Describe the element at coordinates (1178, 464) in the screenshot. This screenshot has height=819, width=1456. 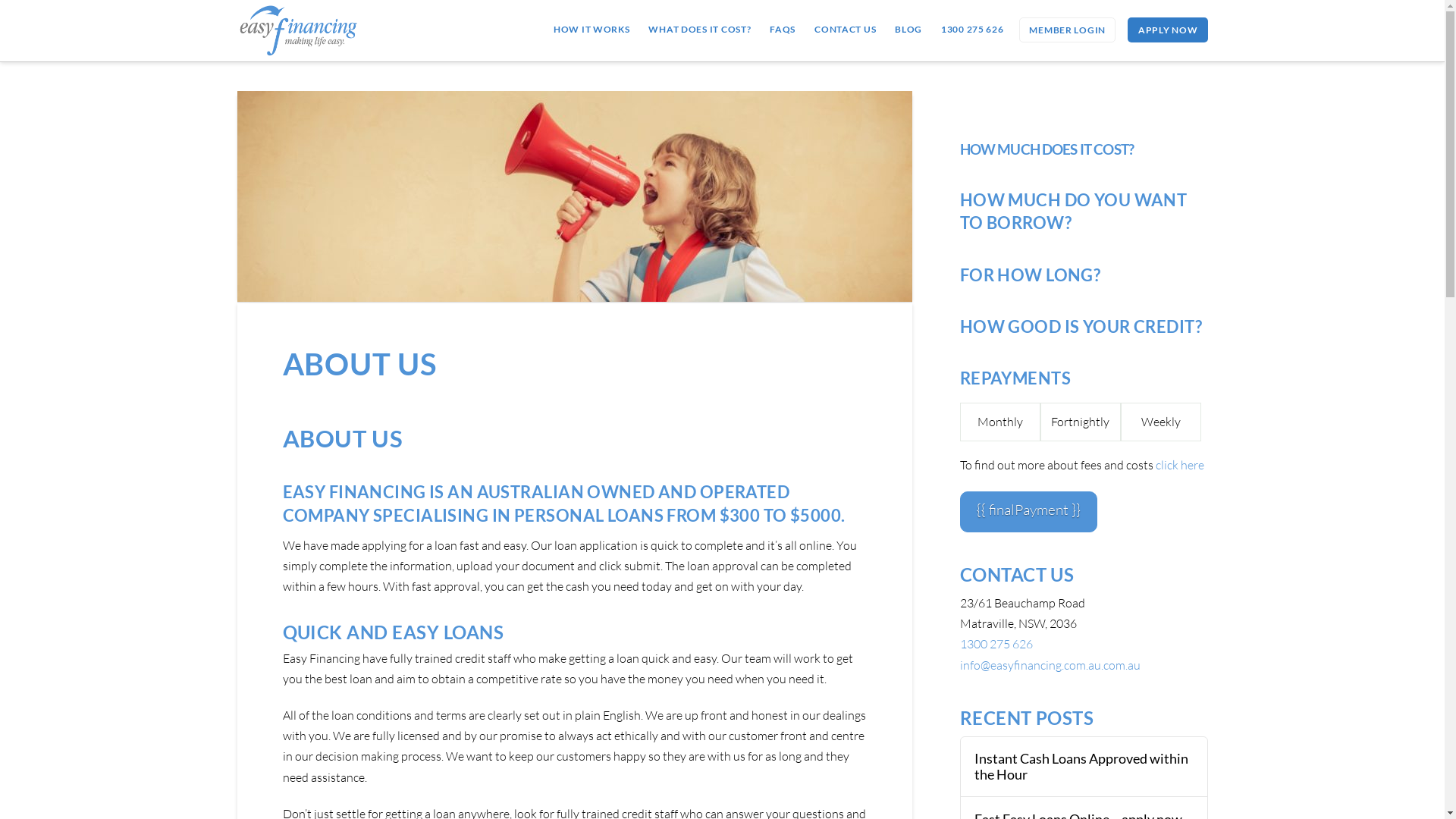
I see `'click here'` at that location.